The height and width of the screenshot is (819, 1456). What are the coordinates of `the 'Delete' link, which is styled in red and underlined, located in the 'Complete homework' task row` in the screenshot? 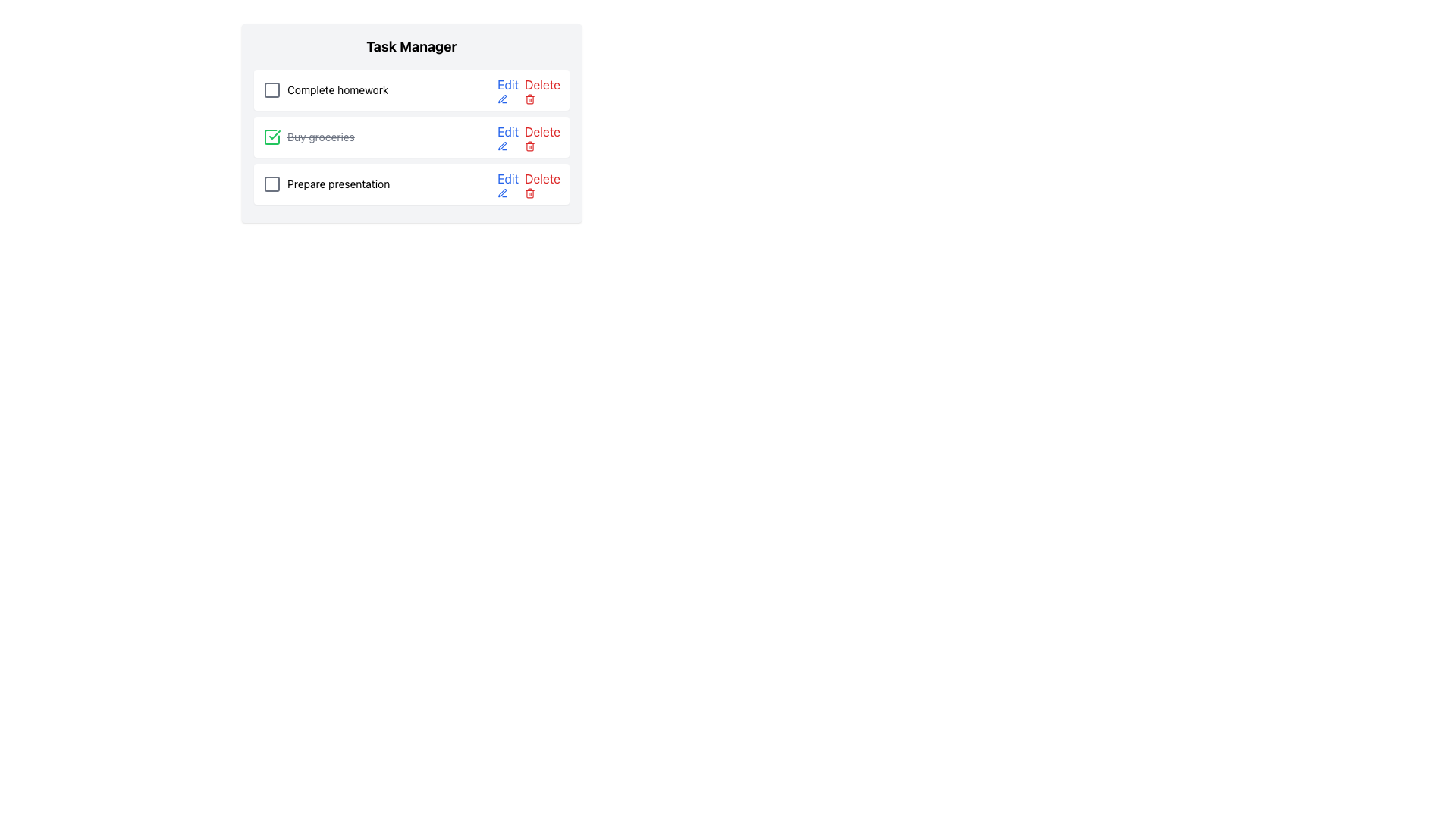 It's located at (529, 90).